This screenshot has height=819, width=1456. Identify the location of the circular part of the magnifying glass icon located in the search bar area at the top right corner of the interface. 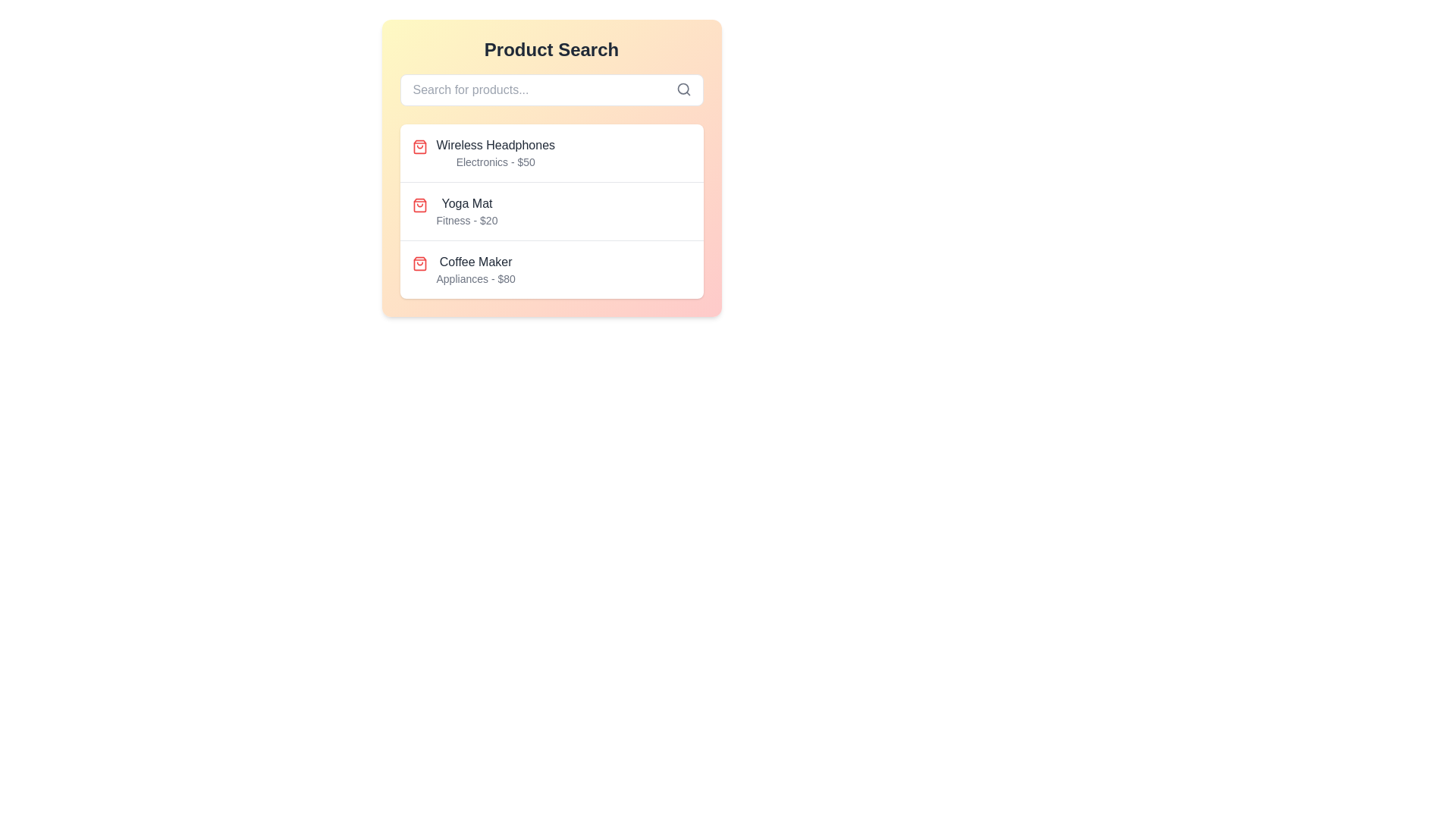
(682, 89).